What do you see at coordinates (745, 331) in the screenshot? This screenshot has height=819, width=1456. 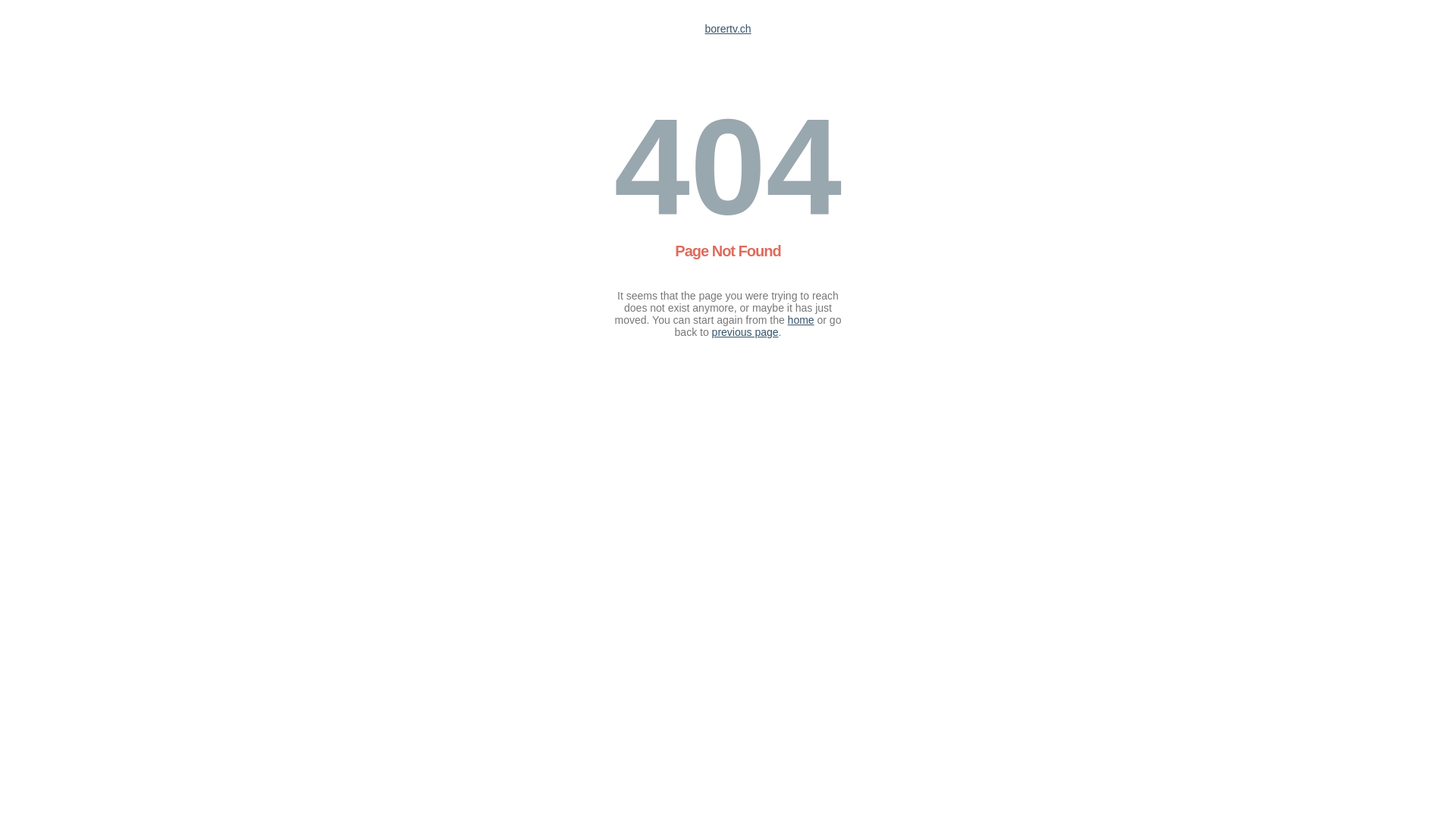 I see `'previous page'` at bounding box center [745, 331].